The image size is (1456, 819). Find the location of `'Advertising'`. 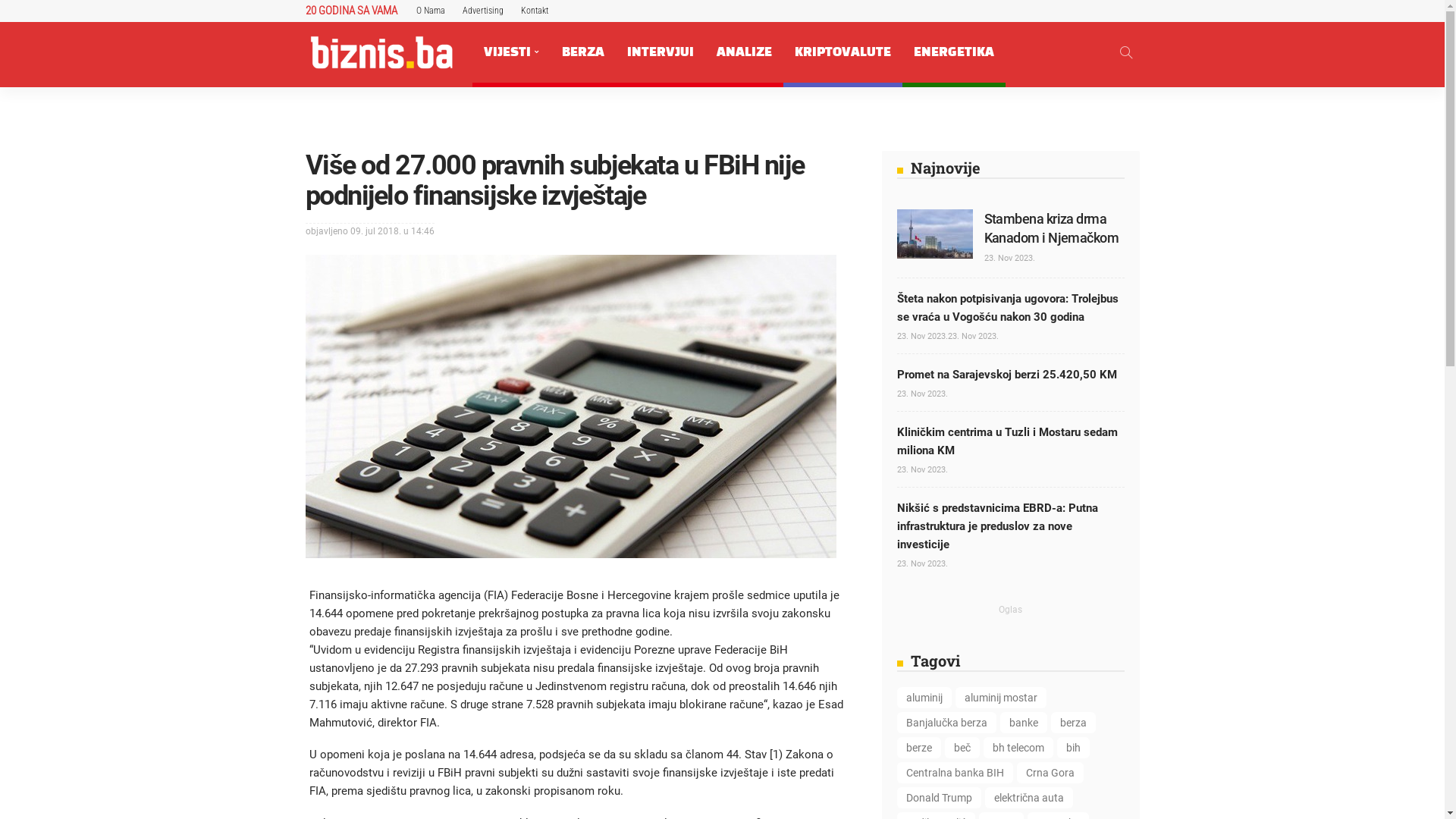

'Advertising' is located at coordinates (482, 11).